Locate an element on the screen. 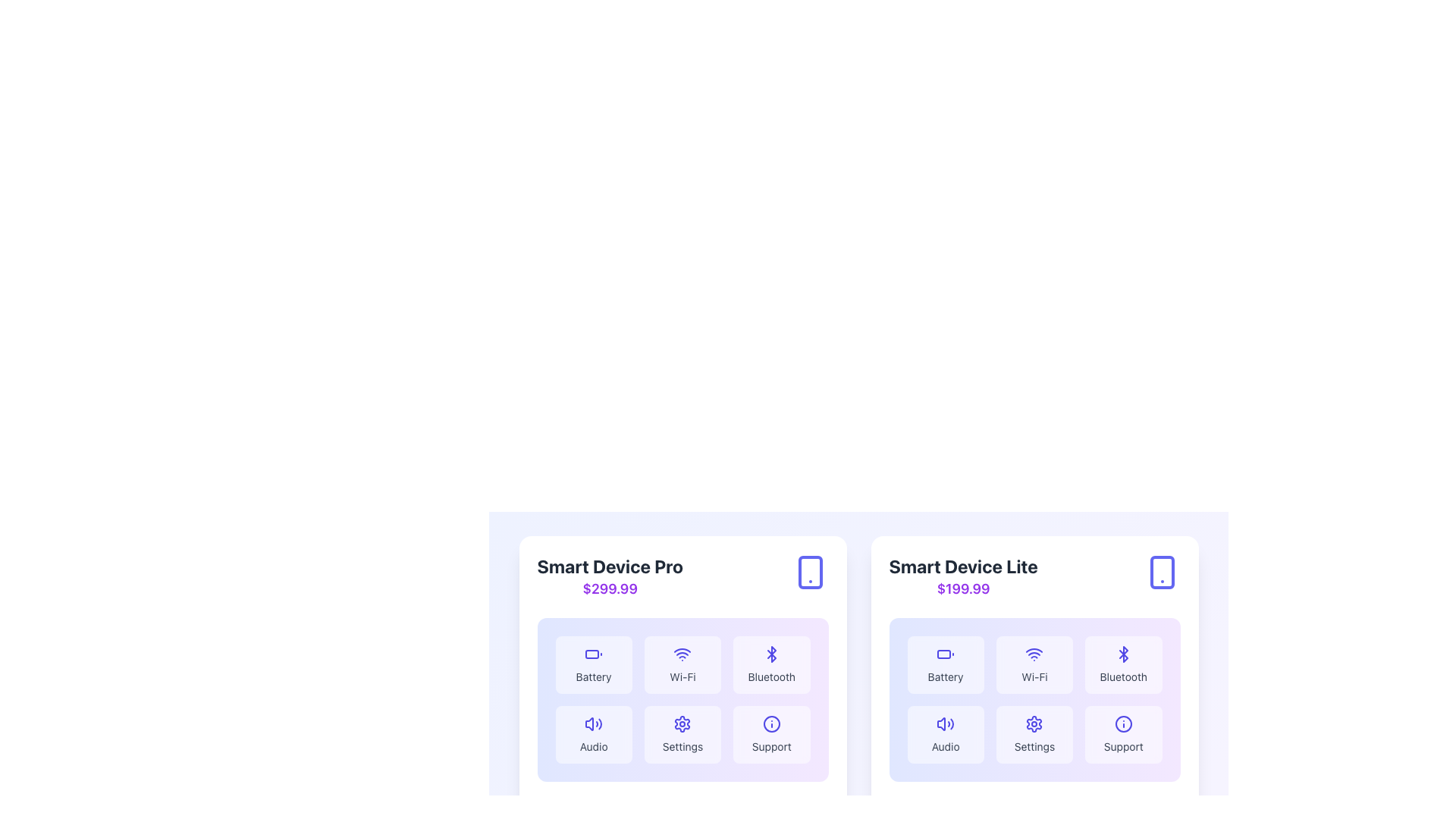 The width and height of the screenshot is (1456, 819). text from the label positioned beneath the gear icon in the 'Smart Device Lite' card, which serves as a descriptor for settings functionality is located at coordinates (1034, 745).